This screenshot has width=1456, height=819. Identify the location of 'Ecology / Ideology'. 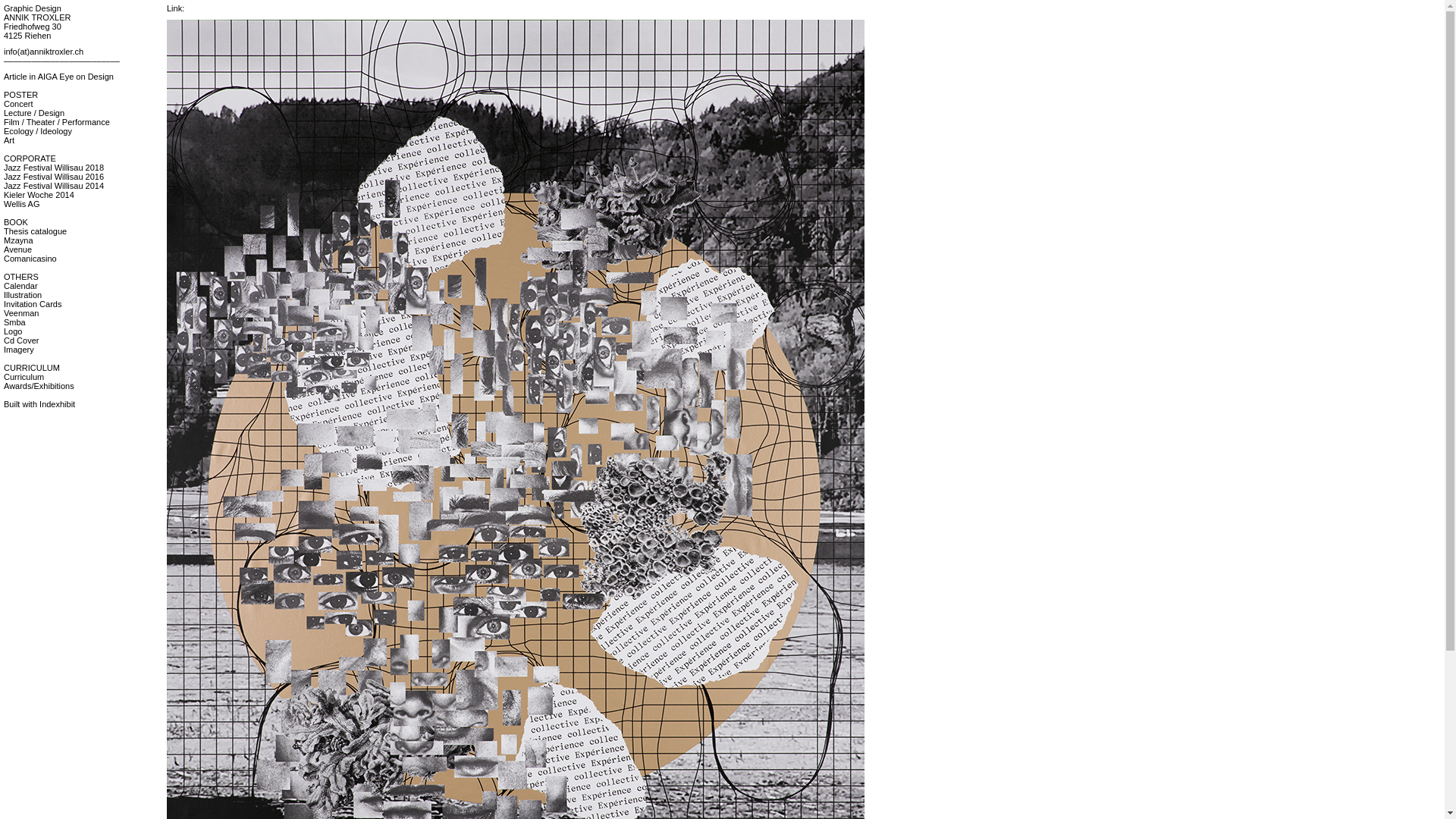
(37, 130).